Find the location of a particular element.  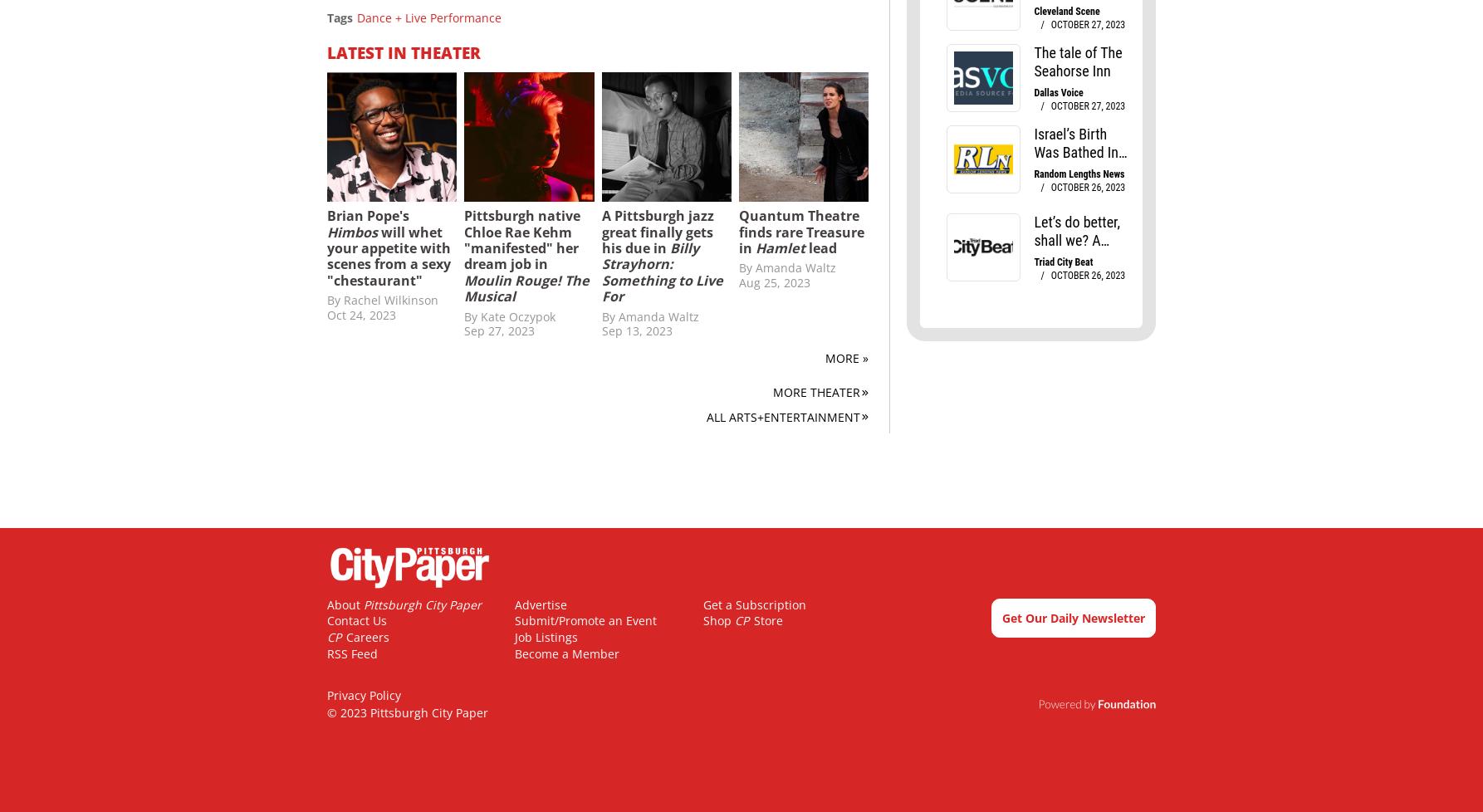

'Brian Pope's' is located at coordinates (368, 214).